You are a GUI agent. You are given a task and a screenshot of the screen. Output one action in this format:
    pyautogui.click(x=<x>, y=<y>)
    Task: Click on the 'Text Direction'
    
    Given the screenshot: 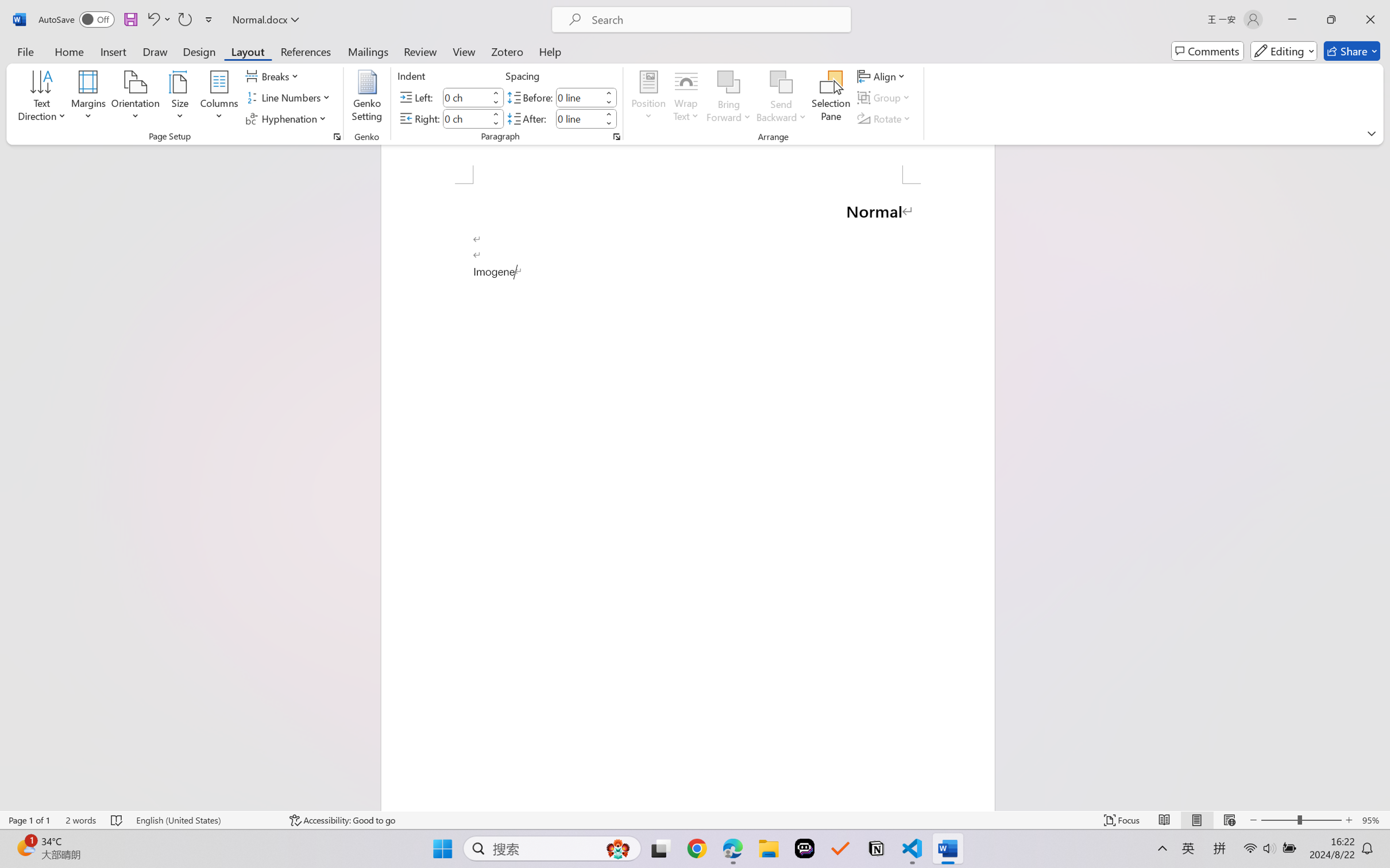 What is the action you would take?
    pyautogui.click(x=42, y=98)
    